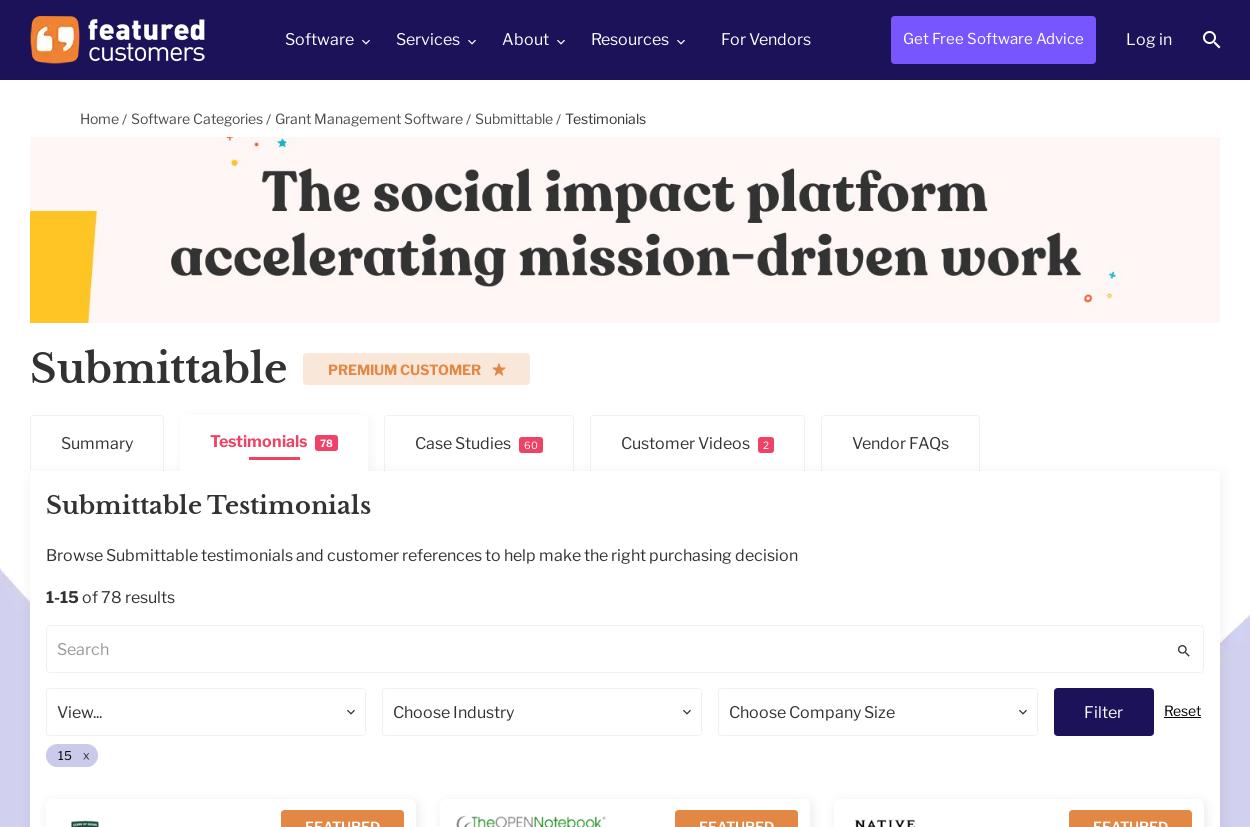  Describe the element at coordinates (630, 37) in the screenshot. I see `'Resources'` at that location.